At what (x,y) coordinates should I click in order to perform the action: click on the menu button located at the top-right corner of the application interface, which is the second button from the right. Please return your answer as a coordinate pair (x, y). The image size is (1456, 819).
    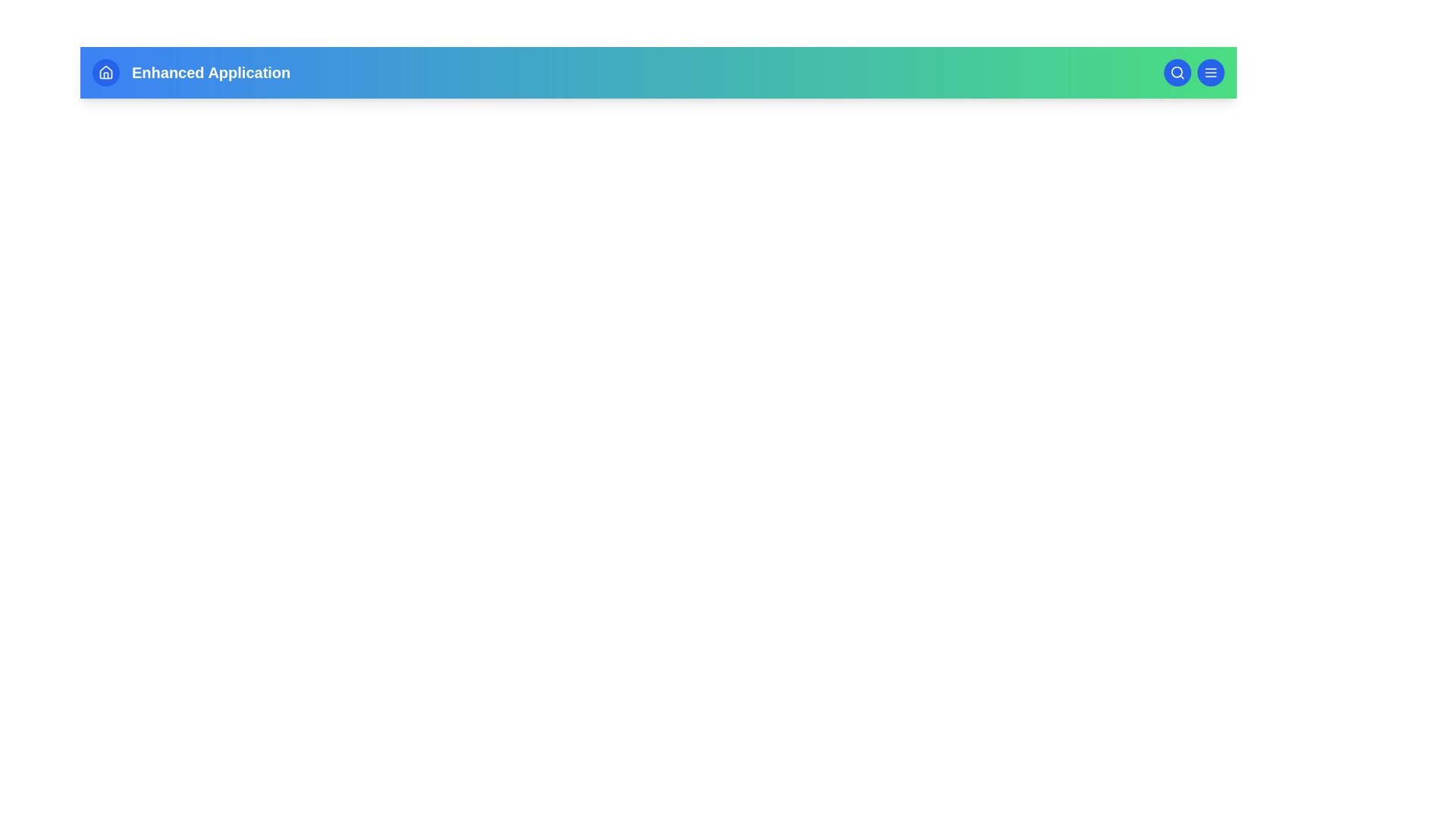
    Looking at the image, I should click on (1210, 73).